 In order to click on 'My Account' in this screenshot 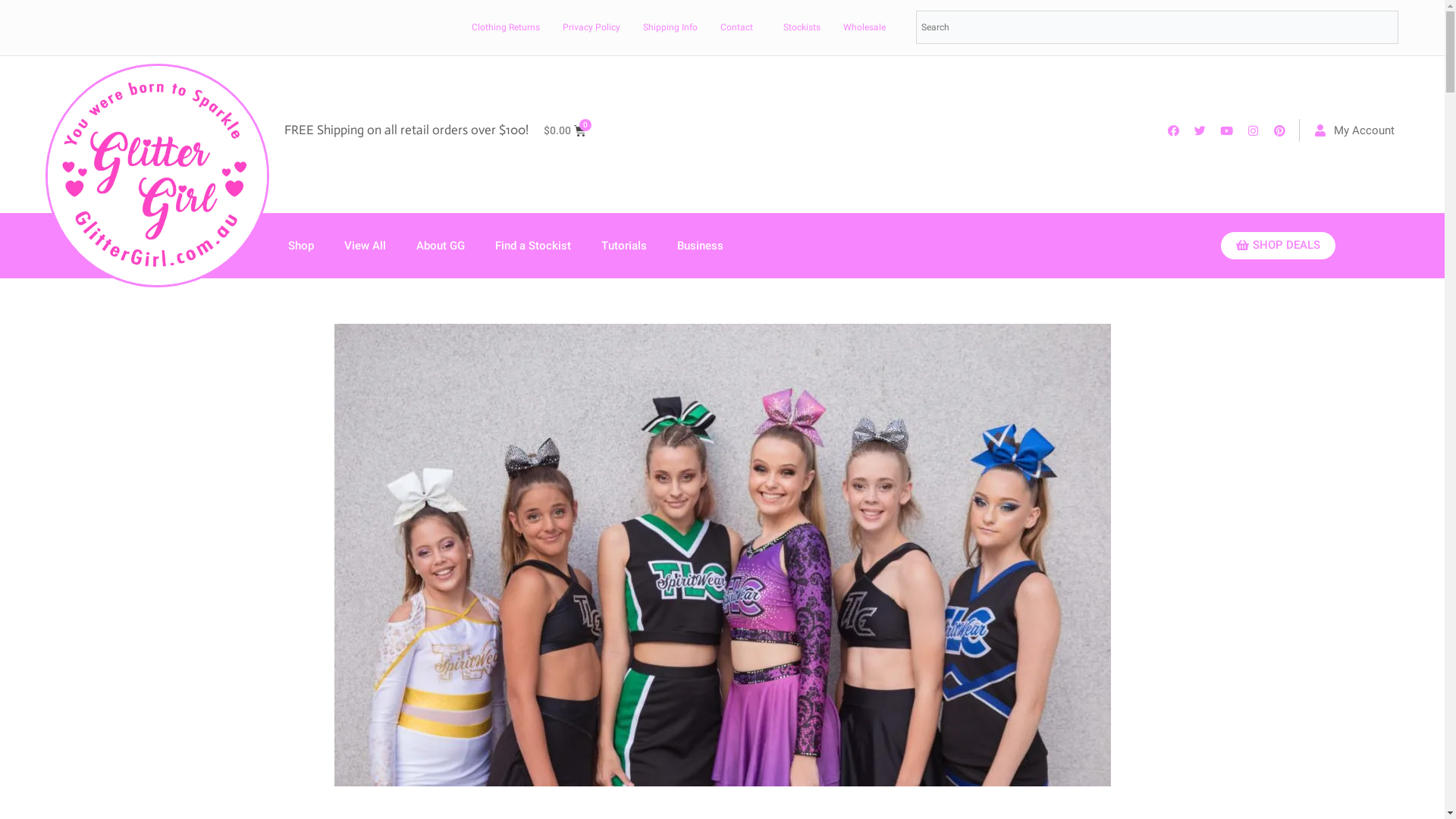, I will do `click(1354, 130)`.